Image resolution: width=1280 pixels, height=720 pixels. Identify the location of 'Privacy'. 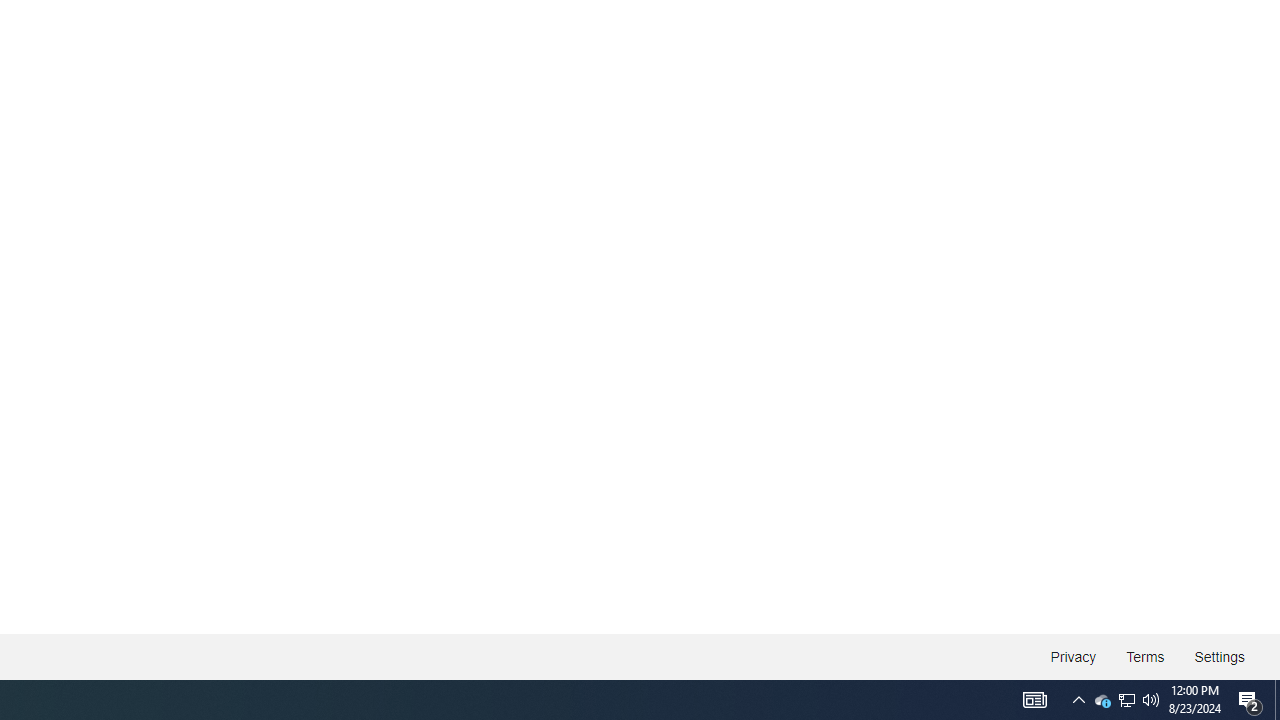
(1072, 657).